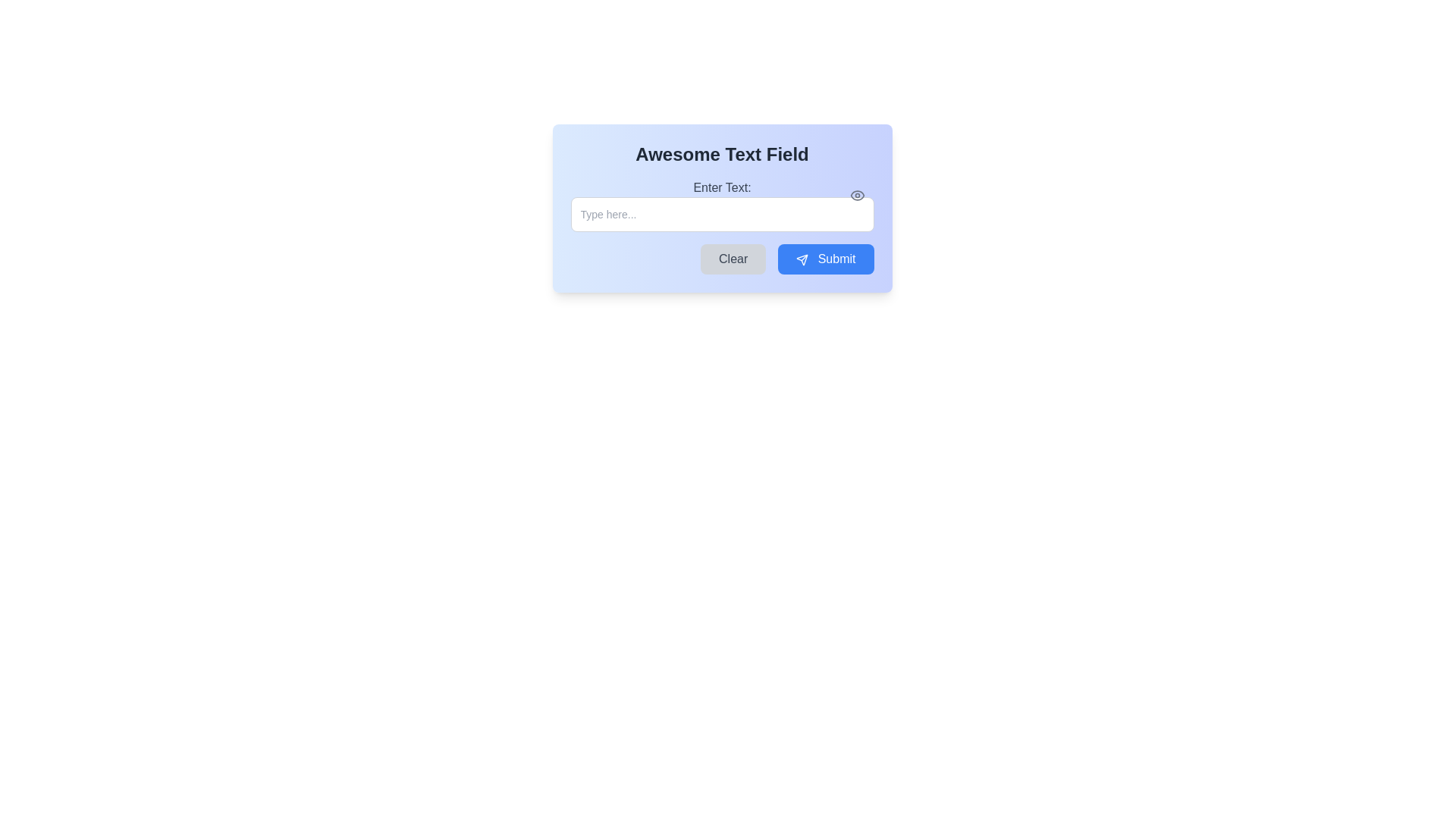  Describe the element at coordinates (801, 259) in the screenshot. I see `the SVG icon located on the left side of the text within the 'Submit' button to interact with the button that submits the entered information` at that location.